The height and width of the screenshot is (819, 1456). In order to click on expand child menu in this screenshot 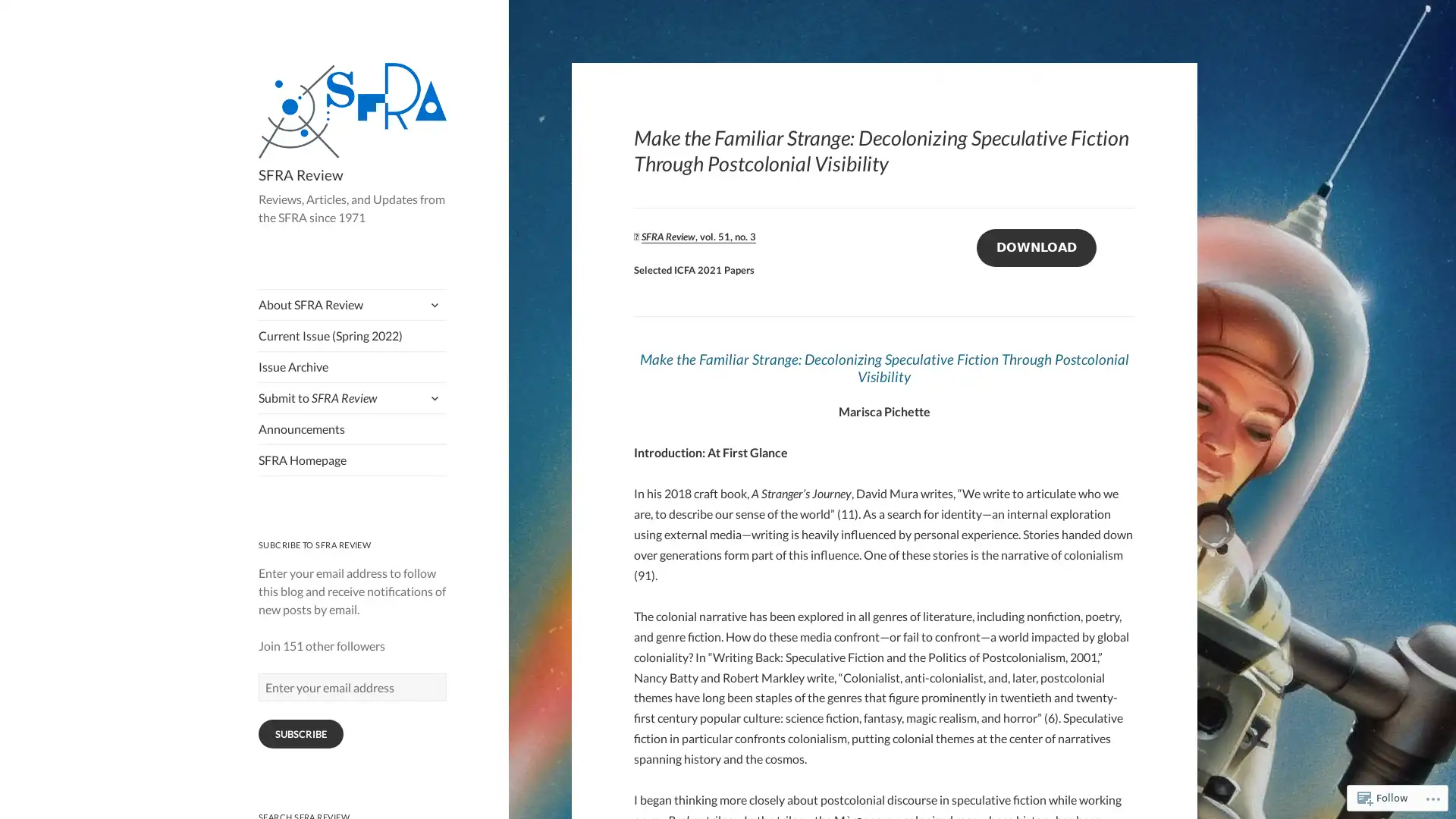, I will do `click(432, 304)`.